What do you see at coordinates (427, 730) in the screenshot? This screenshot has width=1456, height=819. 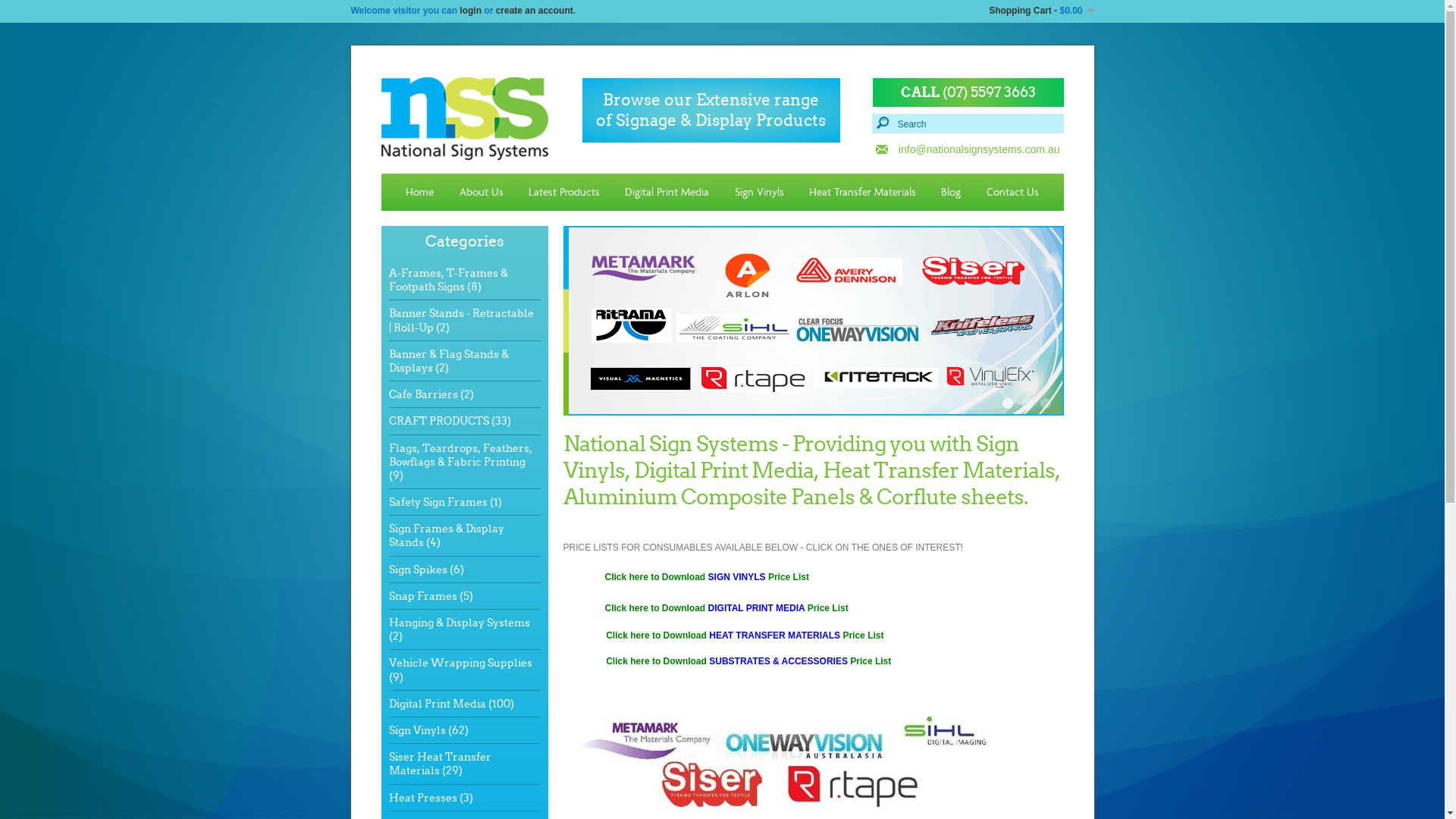 I see `'Sign Vinyls (62)'` at bounding box center [427, 730].